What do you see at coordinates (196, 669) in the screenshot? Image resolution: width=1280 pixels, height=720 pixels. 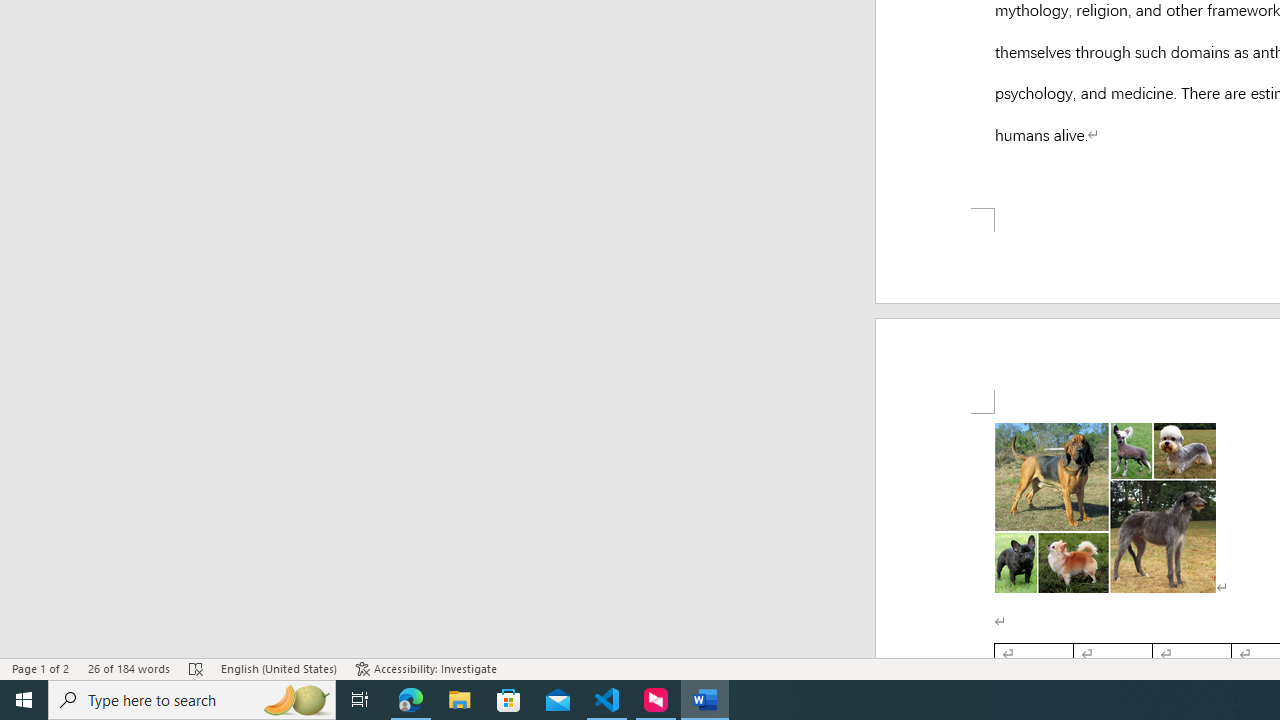 I see `'Spelling and Grammar Check Errors'` at bounding box center [196, 669].